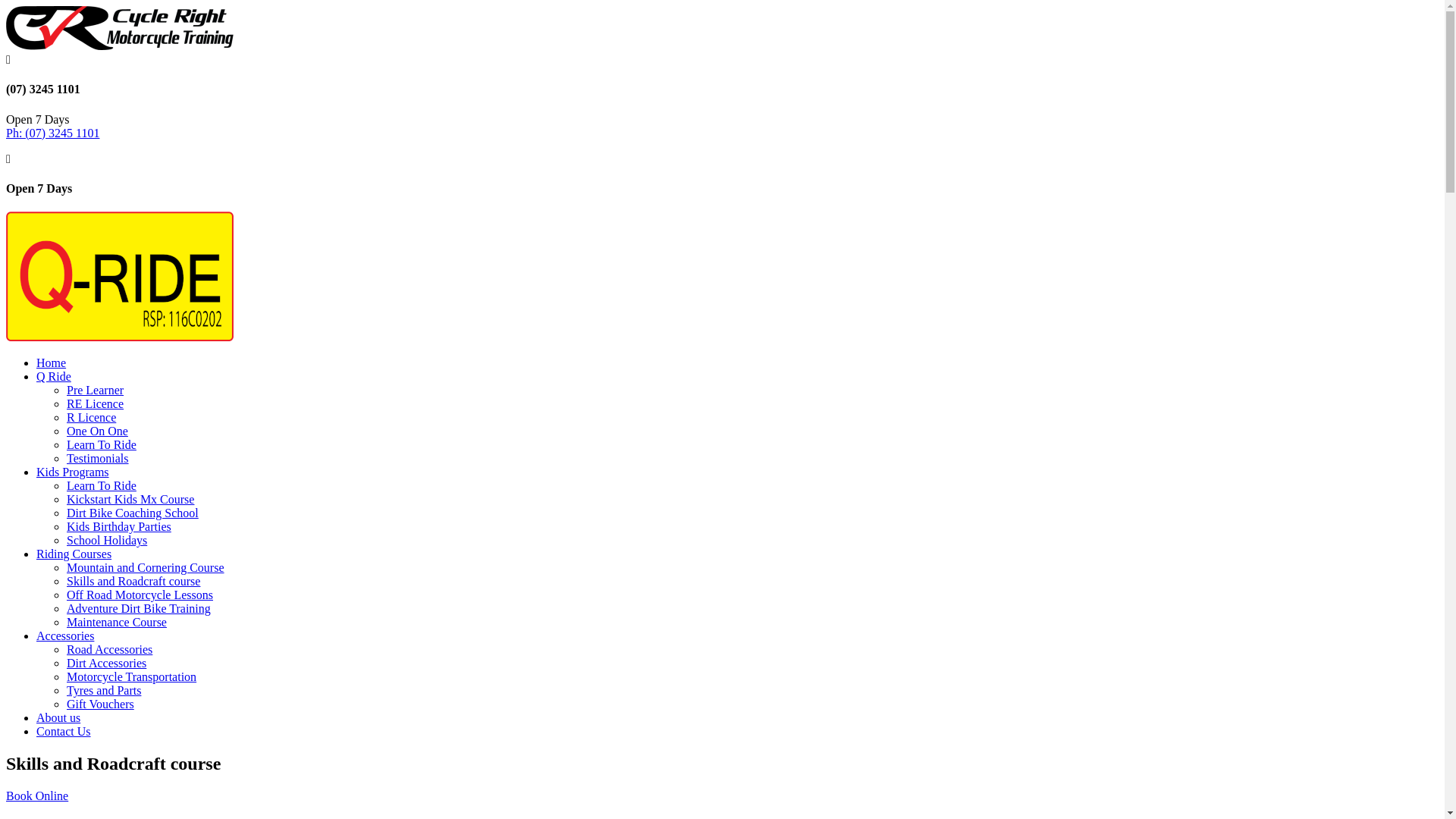 The image size is (1456, 819). Describe the element at coordinates (65, 499) in the screenshot. I see `'Kickstart Kids Mx Course'` at that location.